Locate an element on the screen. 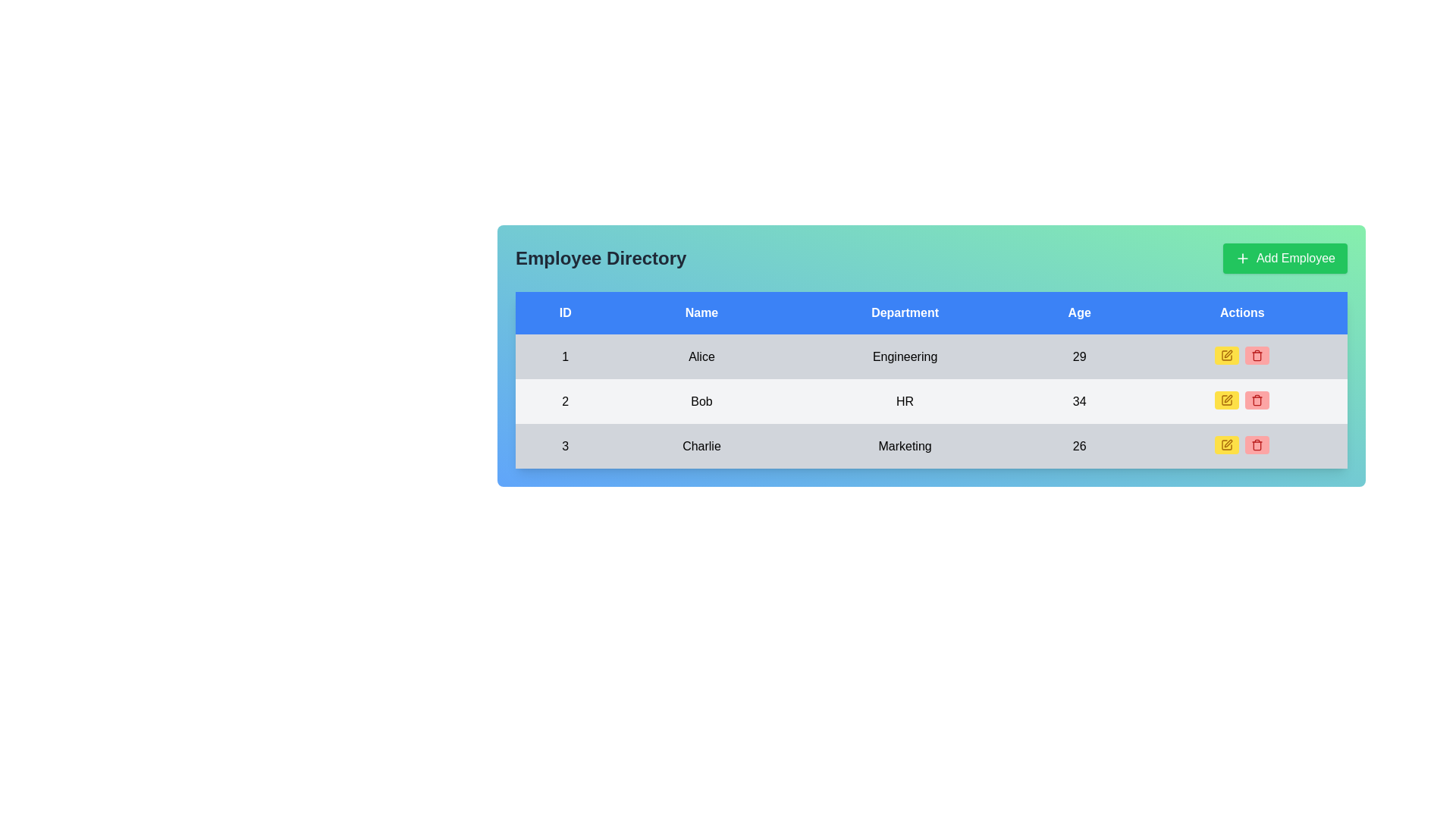  the white plus ('+') icon within the green 'Add Employee' button located in the top-right corner of the interface to initiate an action is located at coordinates (1242, 257).